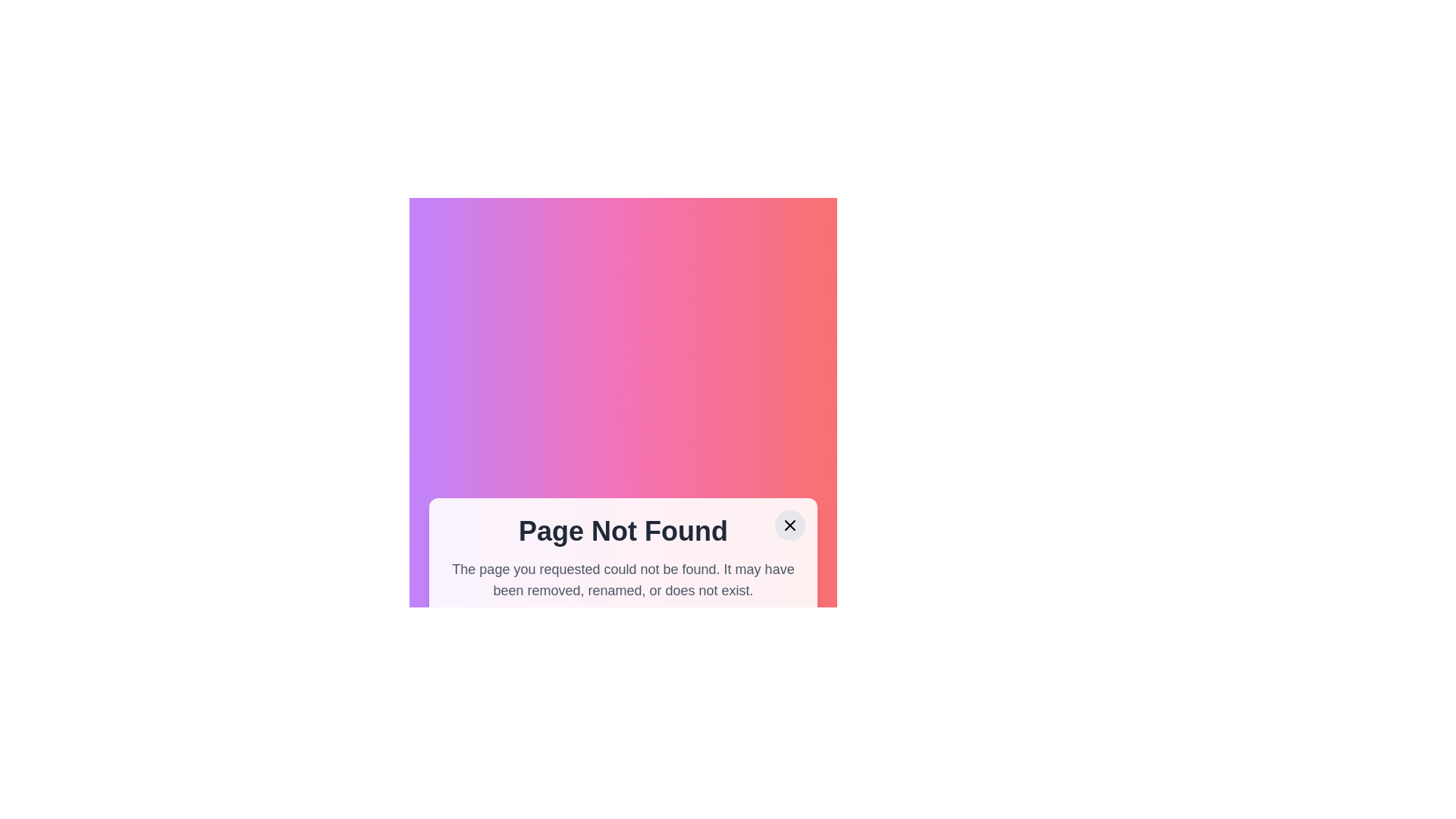  I want to click on error message text label located below the 'Page Not Found' header and above the buttons 'Go to Home' and 'Contact Us', so click(623, 579).